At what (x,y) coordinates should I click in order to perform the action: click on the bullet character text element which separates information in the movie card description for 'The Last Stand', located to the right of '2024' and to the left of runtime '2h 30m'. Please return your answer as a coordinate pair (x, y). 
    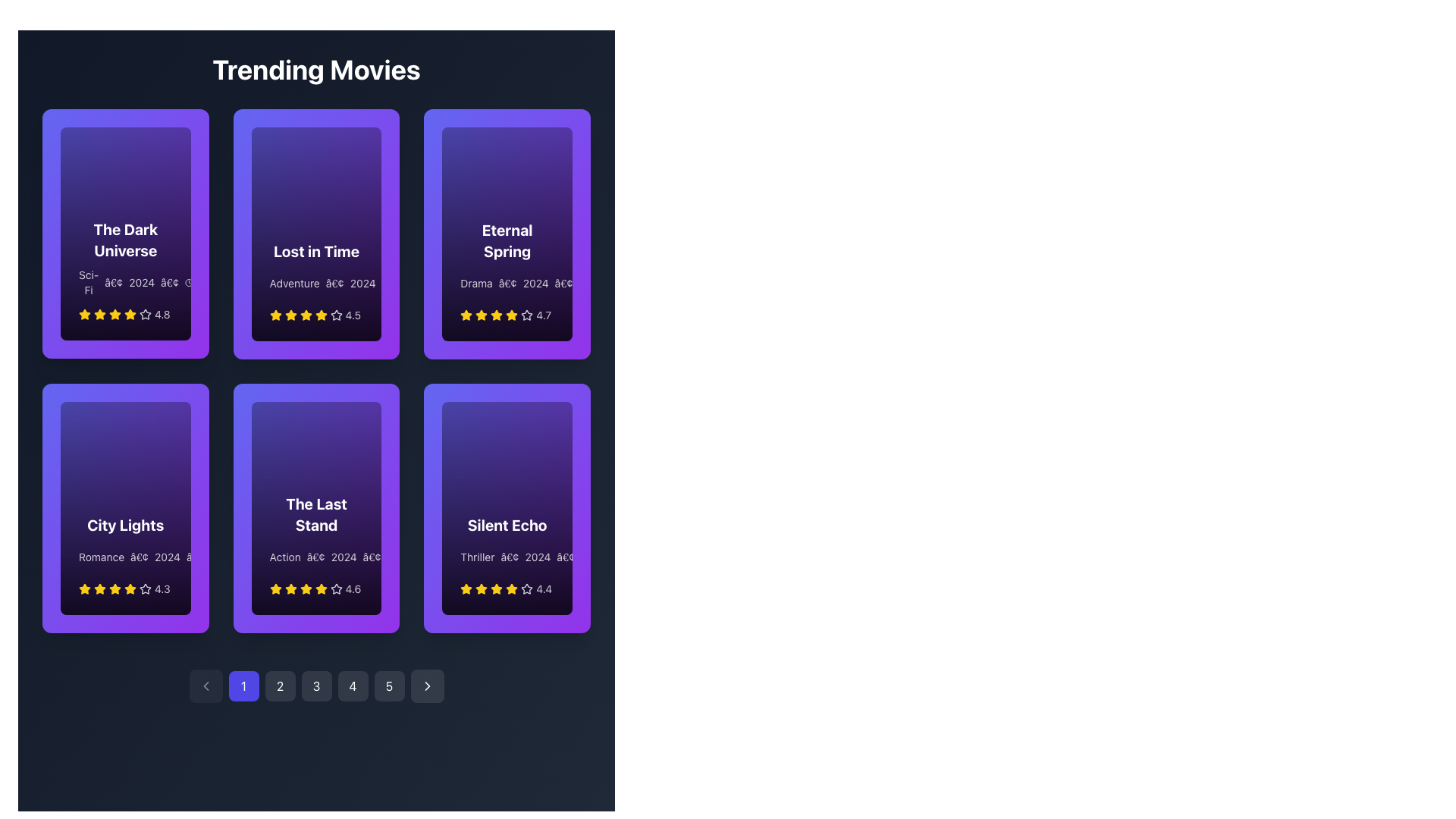
    Looking at the image, I should click on (372, 557).